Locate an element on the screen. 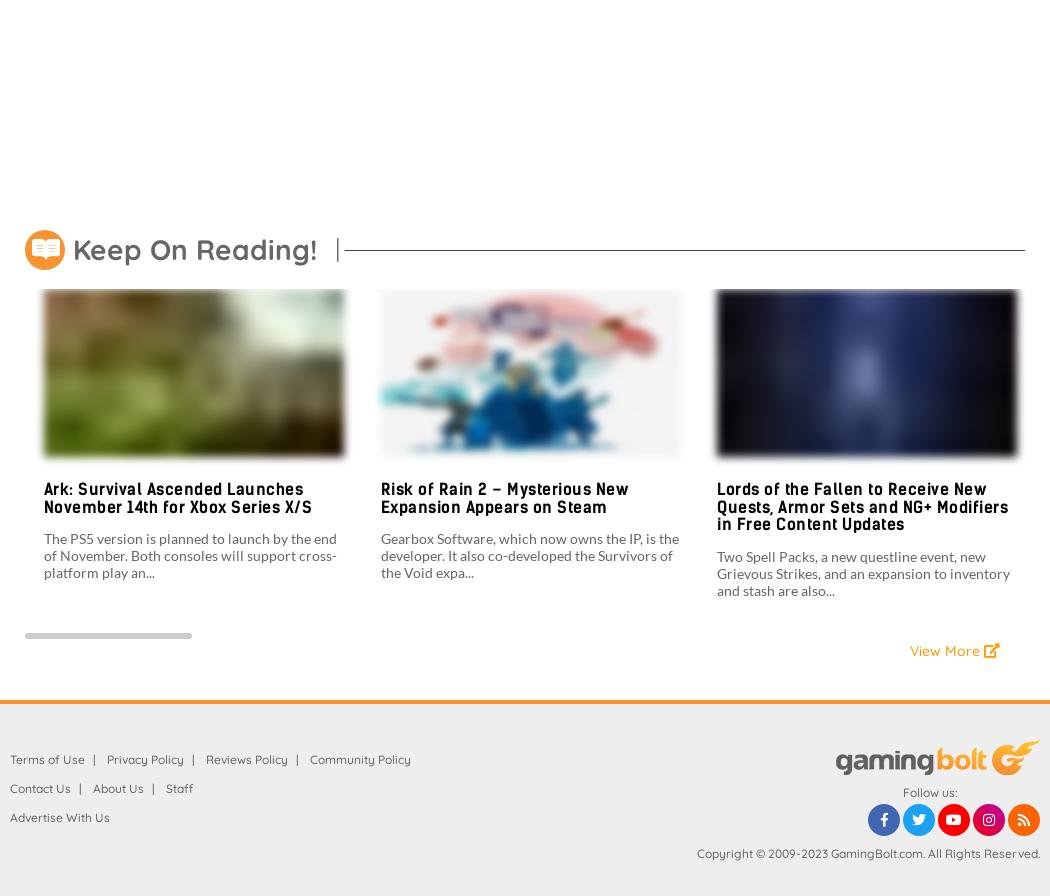 This screenshot has height=896, width=1050. 'Reviews Policy' is located at coordinates (246, 758).